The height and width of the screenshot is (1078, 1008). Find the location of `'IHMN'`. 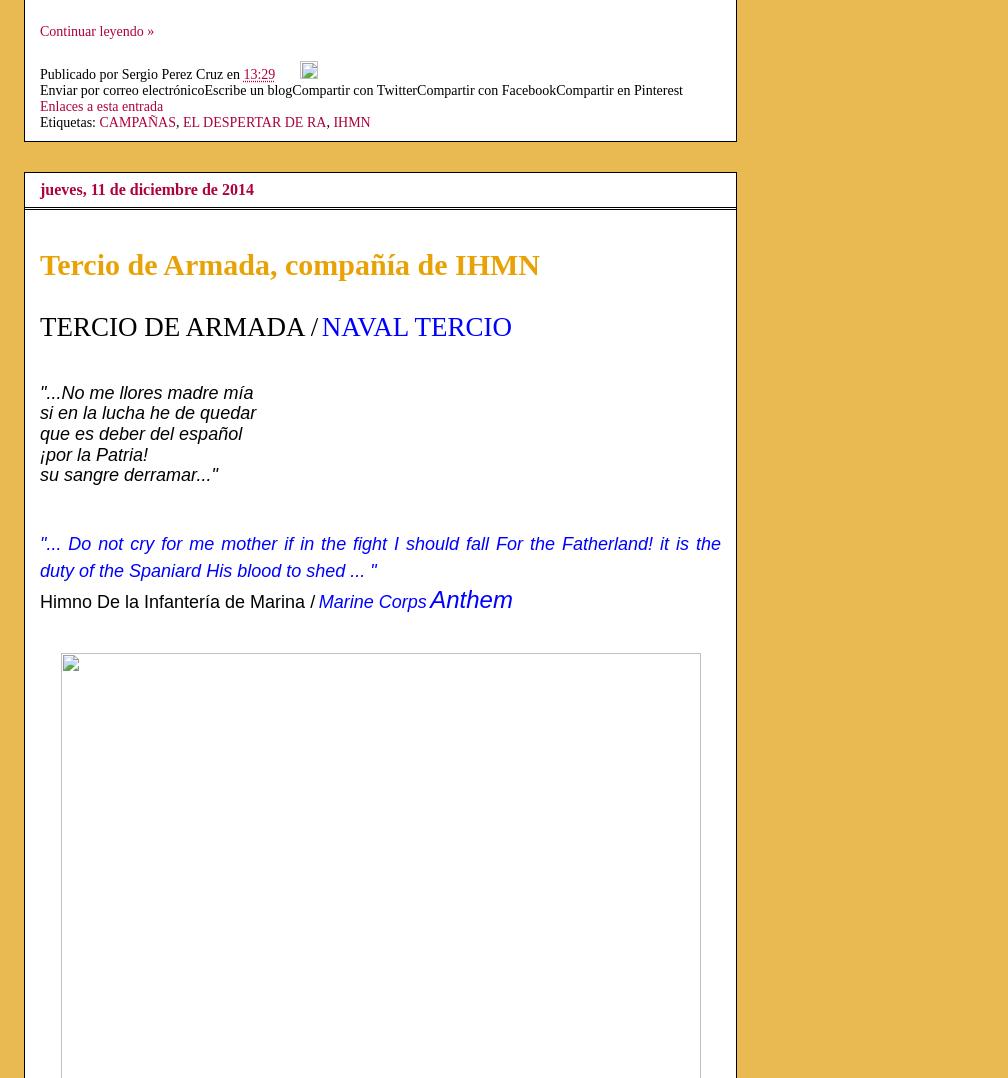

'IHMN' is located at coordinates (351, 122).